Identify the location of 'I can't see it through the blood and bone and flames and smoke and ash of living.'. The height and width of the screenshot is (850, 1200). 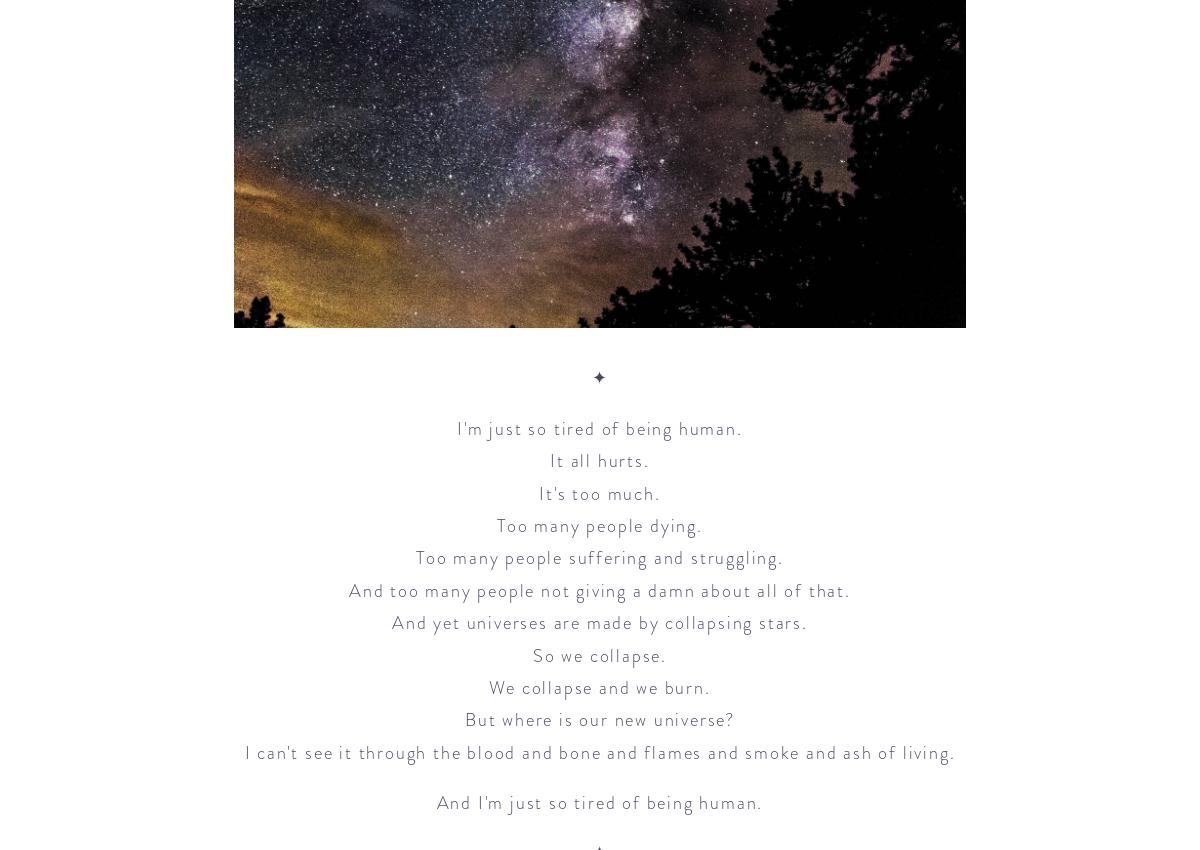
(598, 751).